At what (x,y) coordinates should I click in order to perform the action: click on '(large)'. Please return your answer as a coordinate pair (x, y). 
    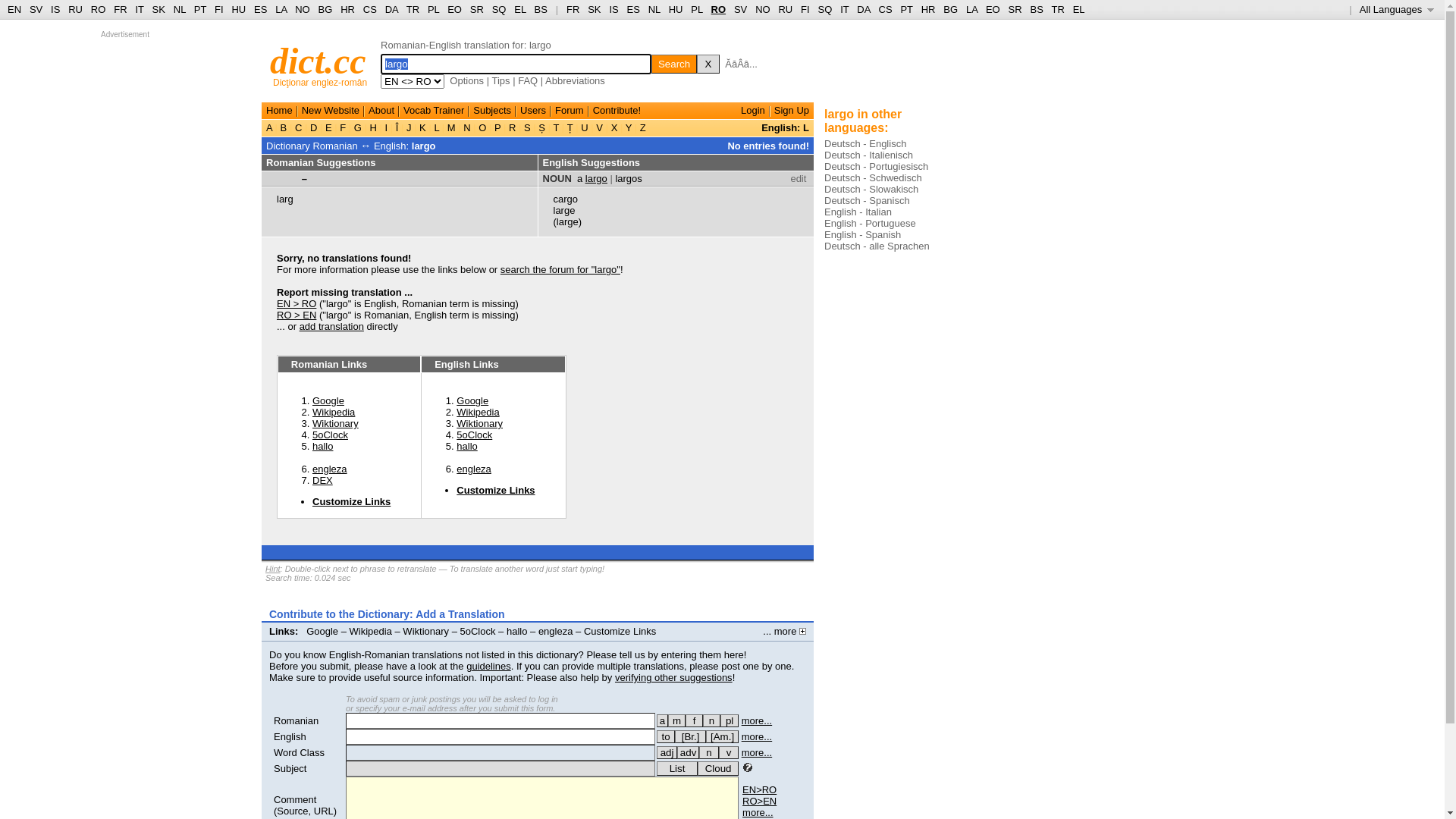
    Looking at the image, I should click on (566, 221).